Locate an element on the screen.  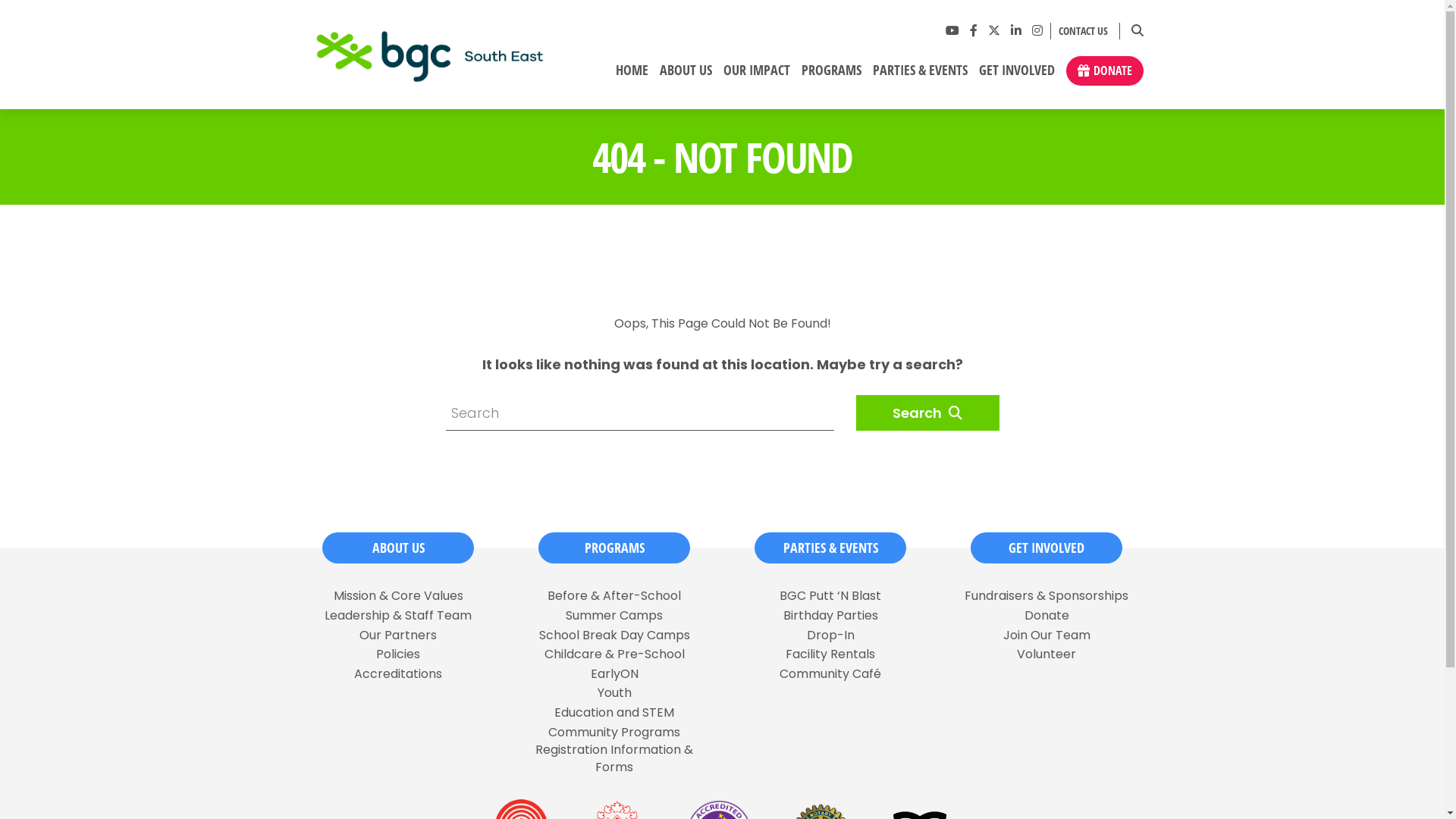
'Mission & Core Values' is located at coordinates (398, 595).